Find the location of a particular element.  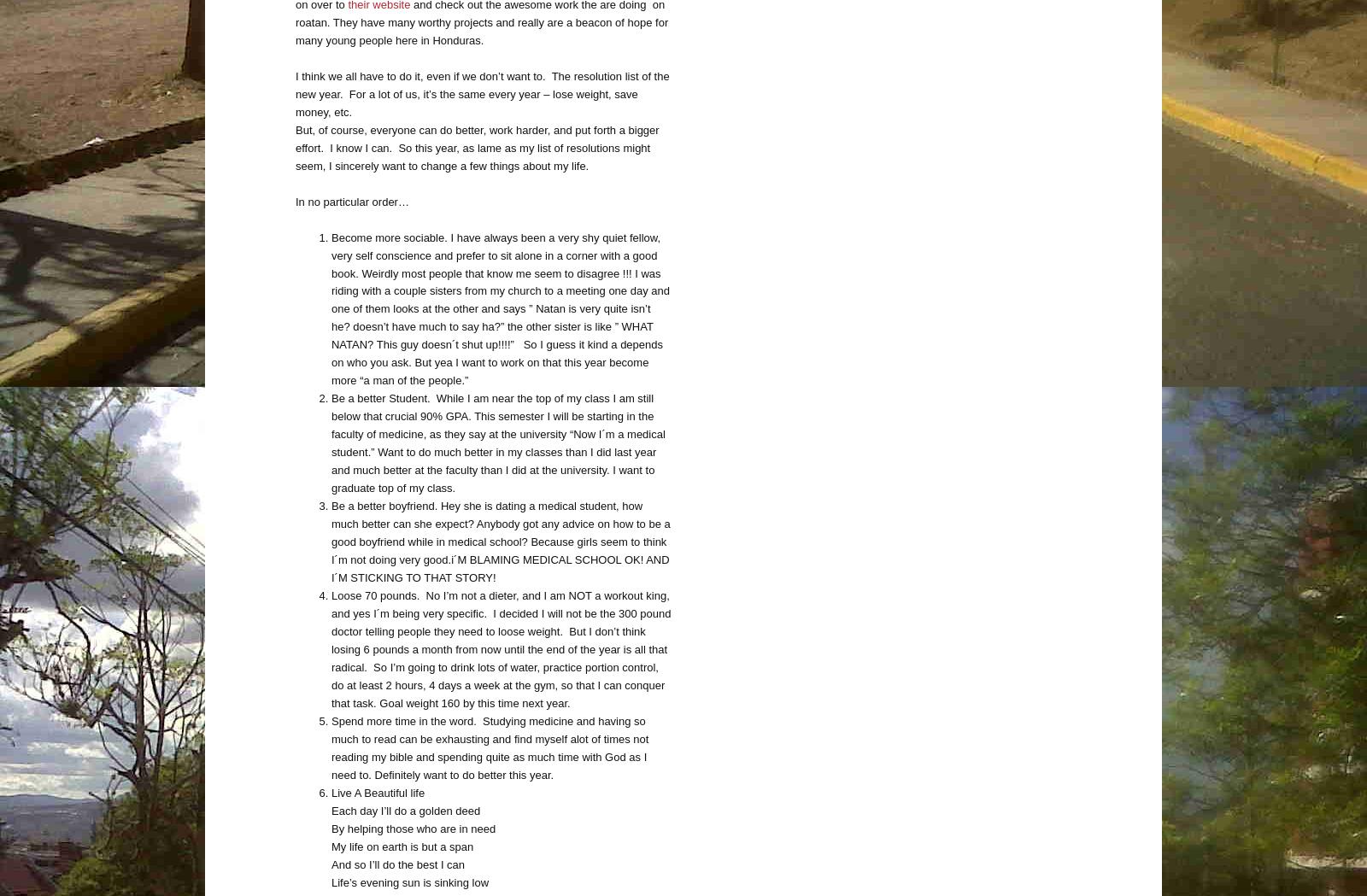

'My life on earth is but a span' is located at coordinates (401, 846).